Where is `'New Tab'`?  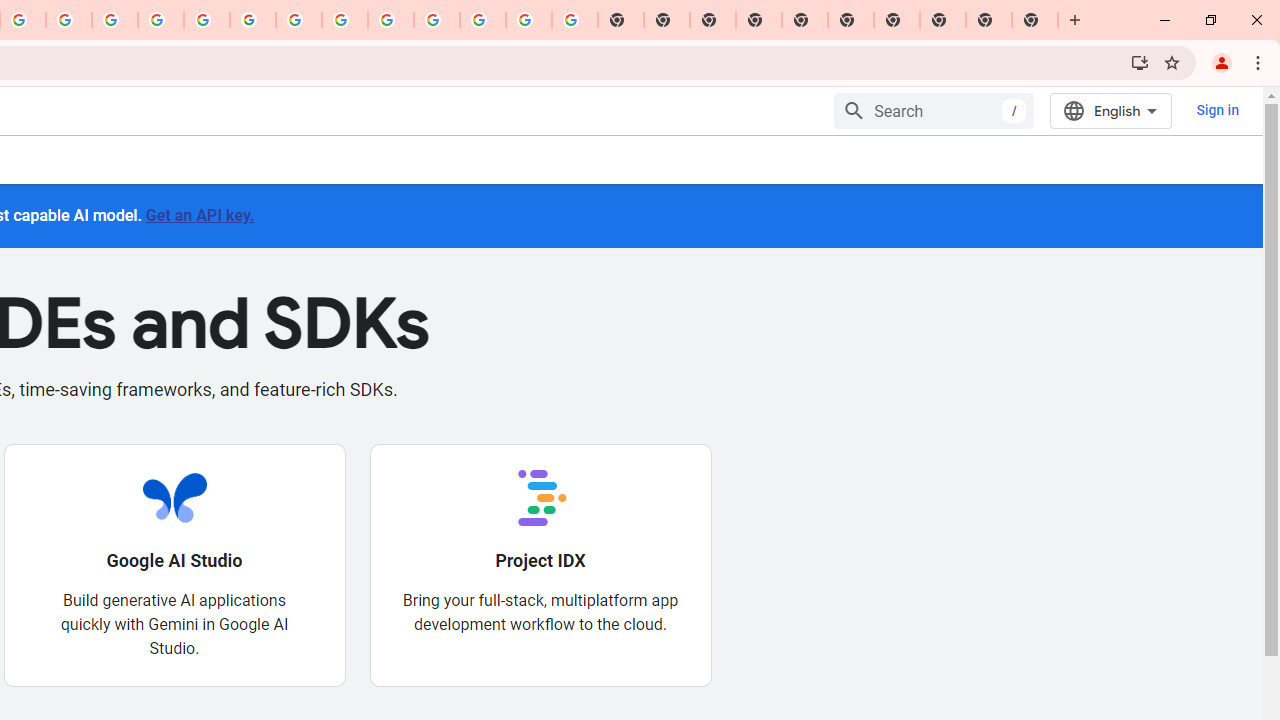
'New Tab' is located at coordinates (1035, 20).